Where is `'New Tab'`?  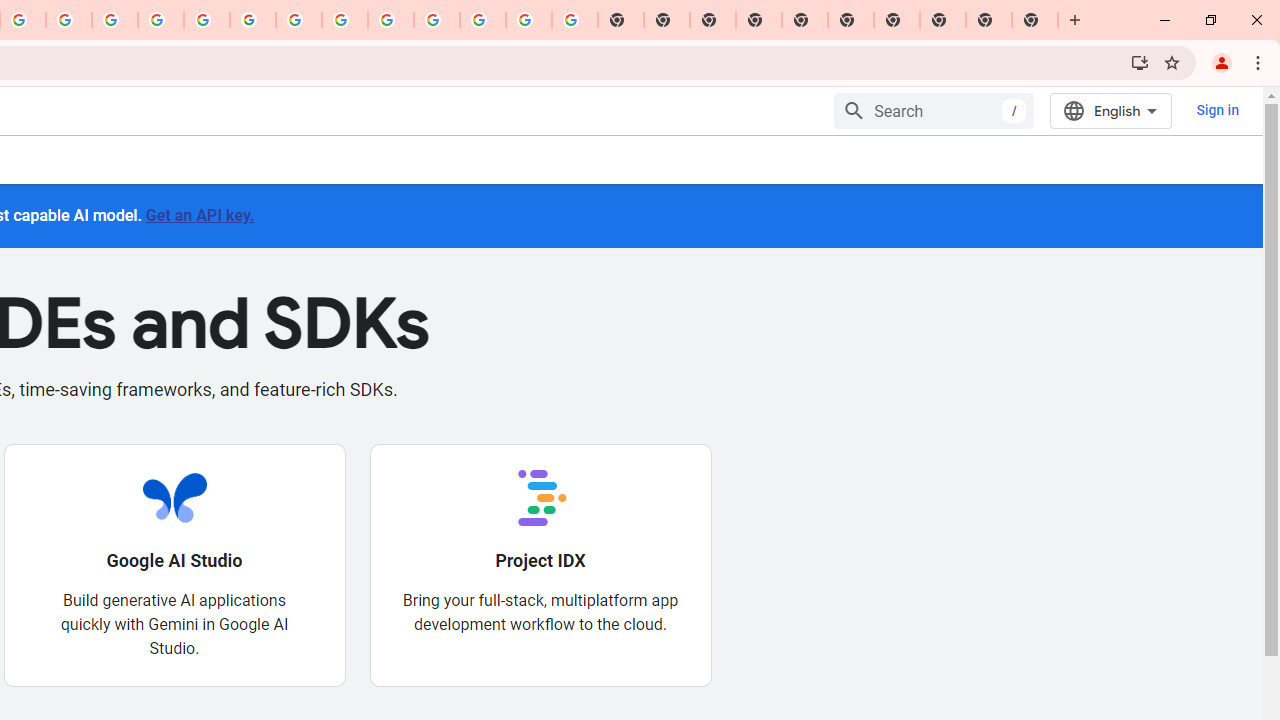
'New Tab' is located at coordinates (1035, 20).